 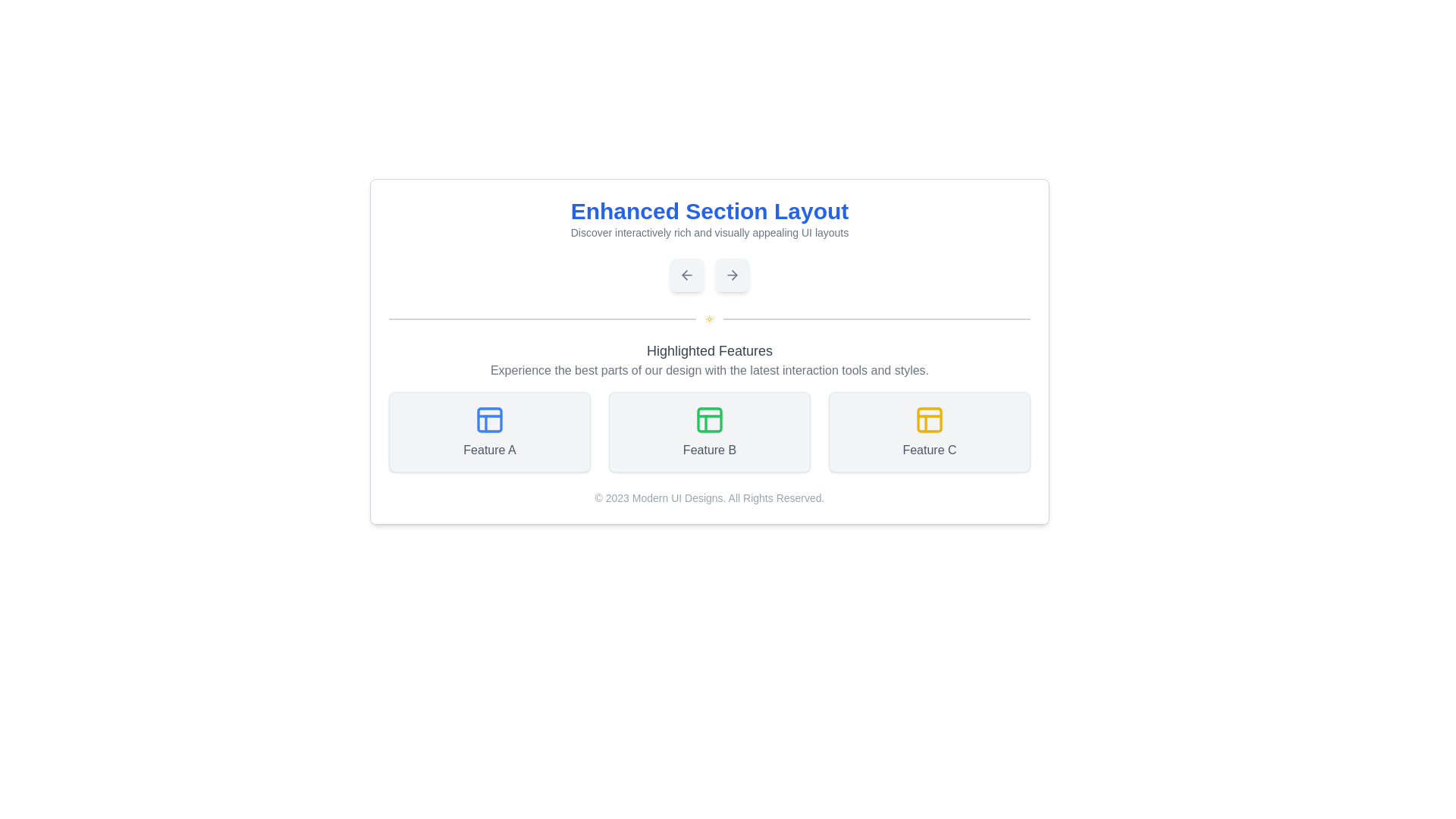 I want to click on the circular sun-like icon with radiating lines, styled in bright yellow, located centrally above the highlighted features section, so click(x=709, y=318).